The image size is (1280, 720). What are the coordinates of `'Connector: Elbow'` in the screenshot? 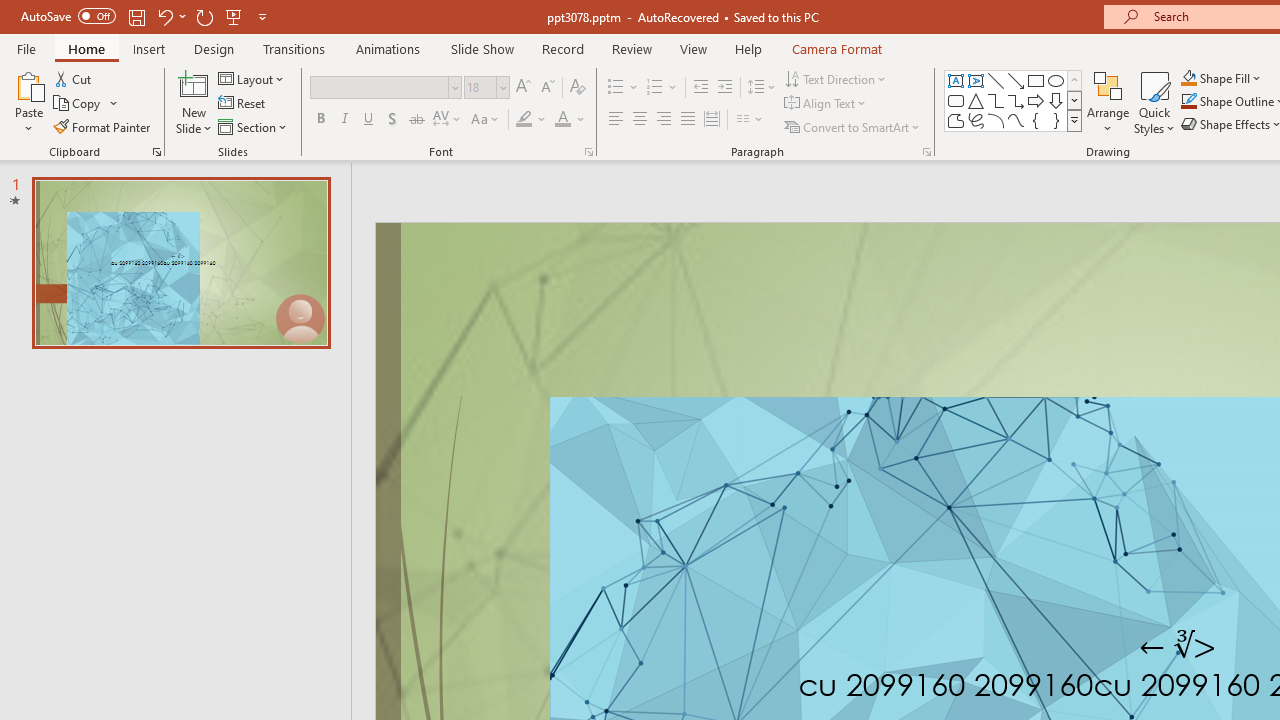 It's located at (995, 100).